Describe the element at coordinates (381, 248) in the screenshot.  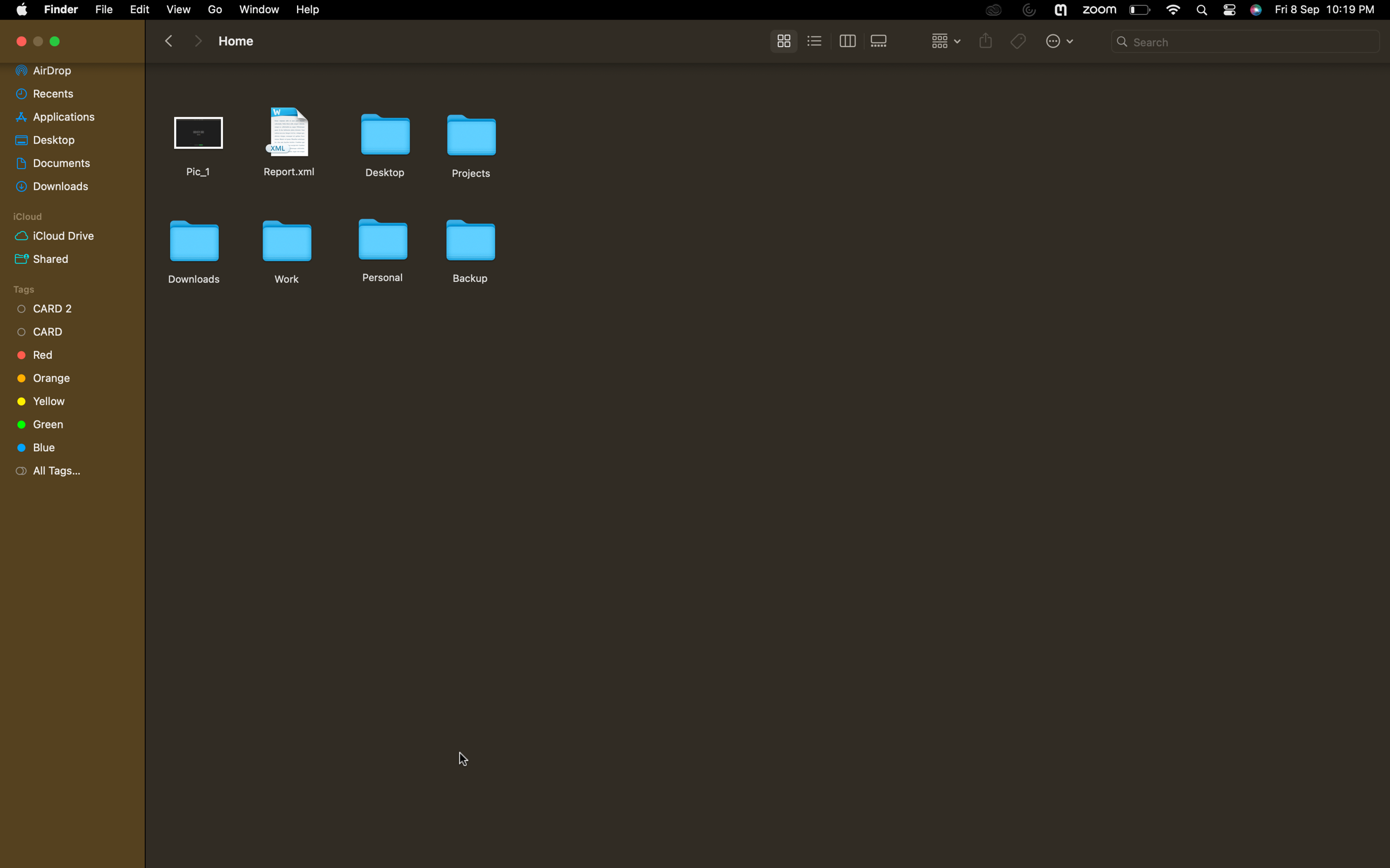
I see `the personal folder"s name to home` at that location.